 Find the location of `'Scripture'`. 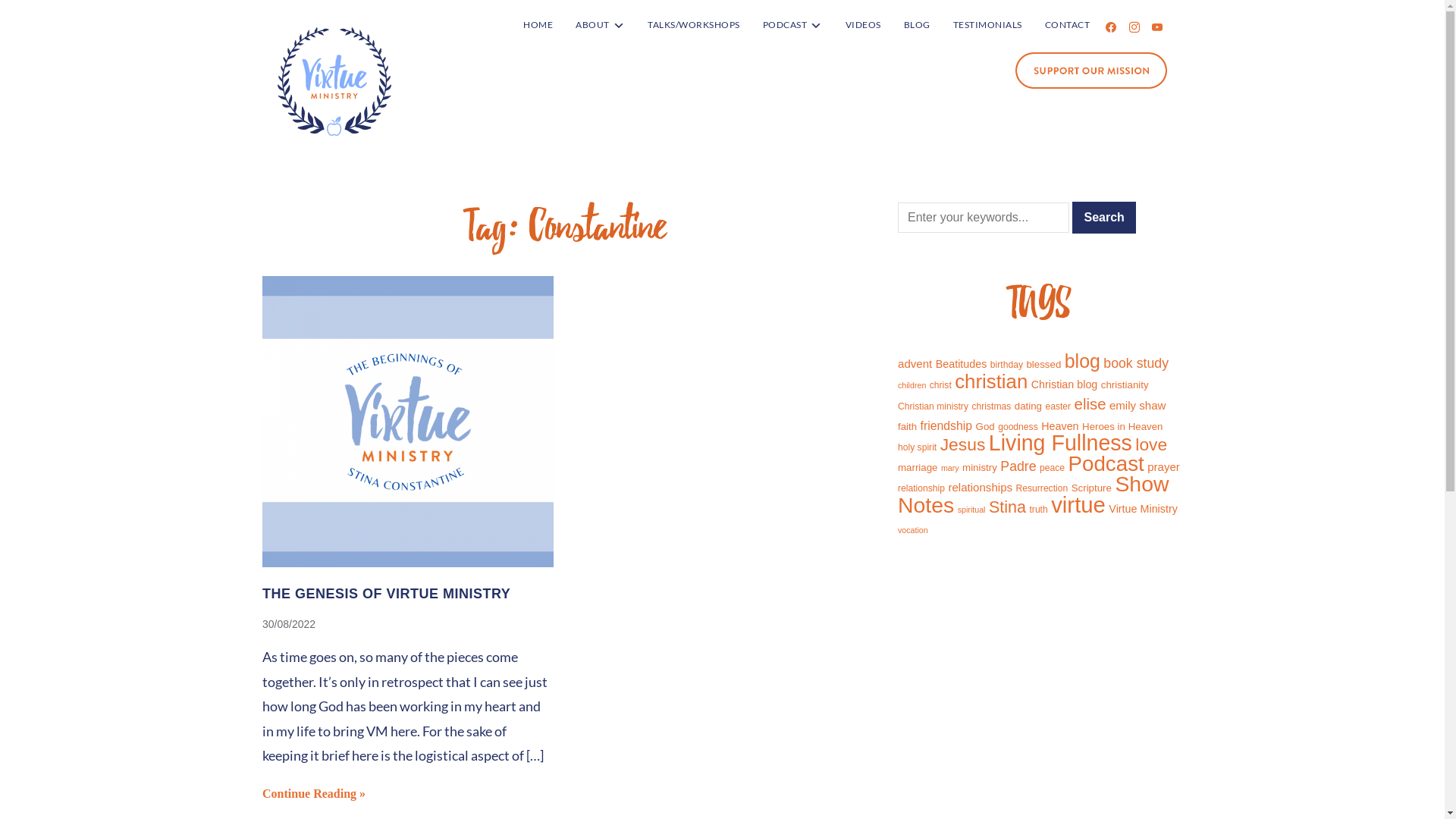

'Scripture' is located at coordinates (1090, 488).